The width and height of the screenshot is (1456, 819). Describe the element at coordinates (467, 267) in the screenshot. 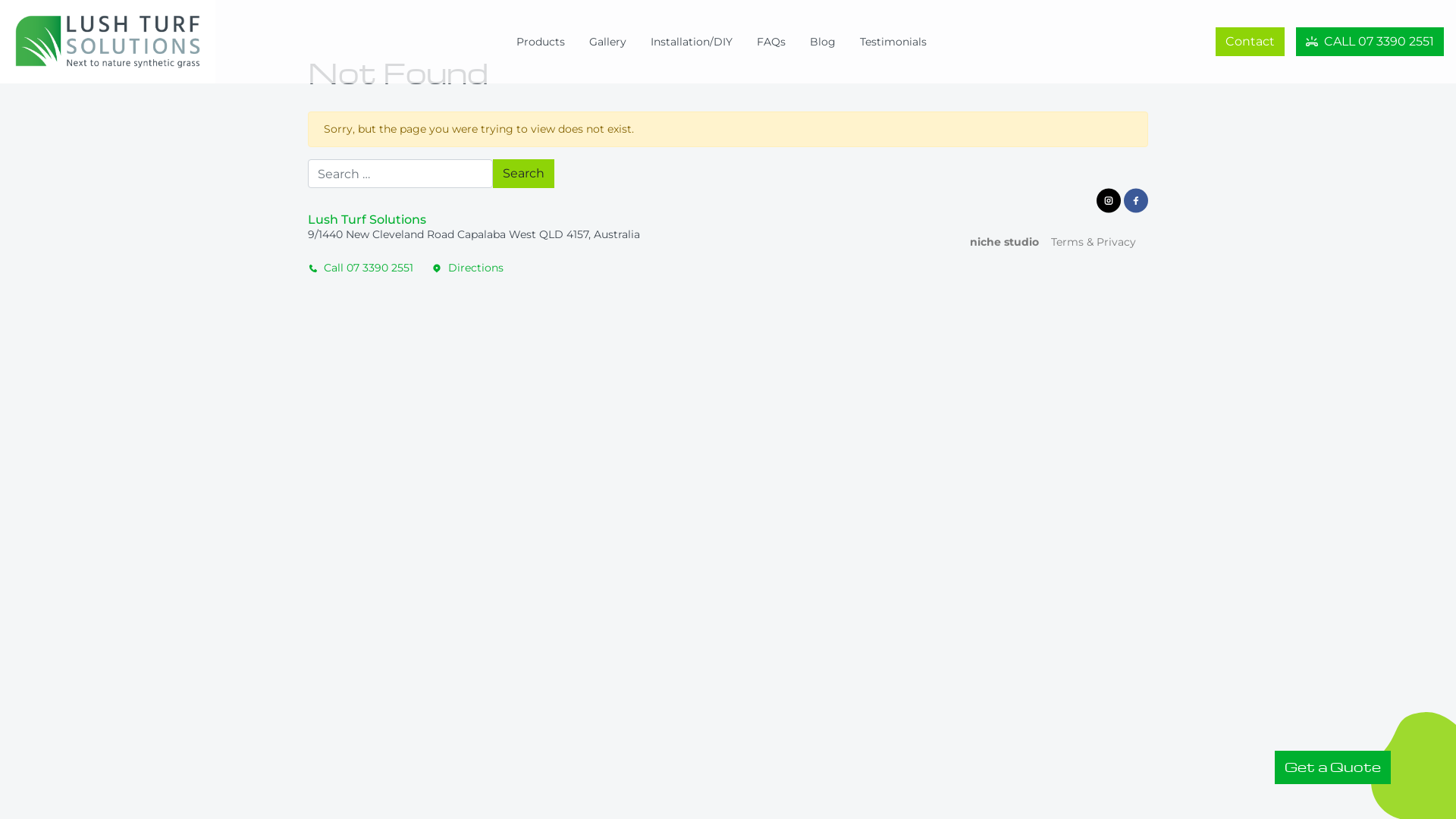

I see `'Directions'` at that location.